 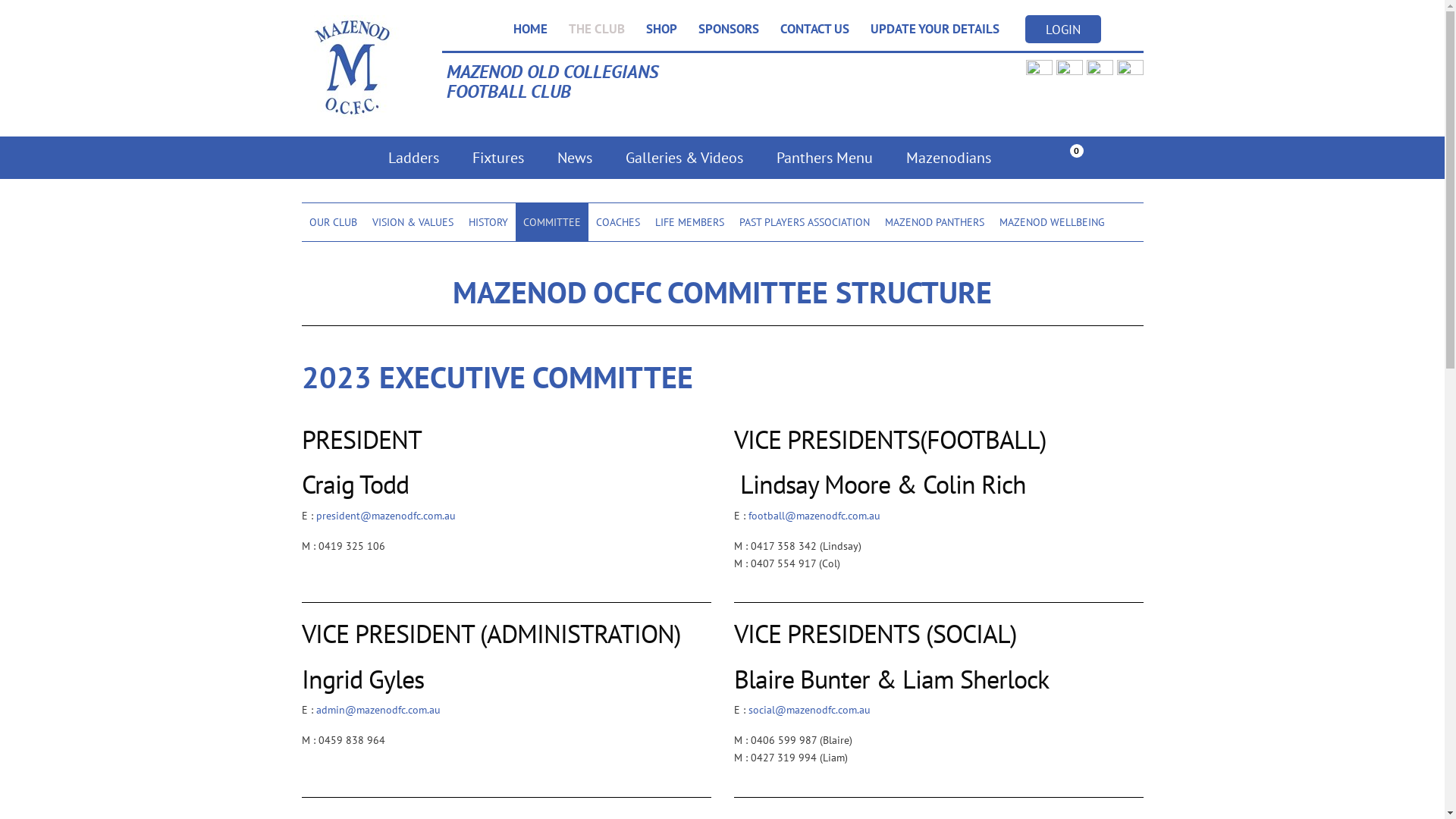 I want to click on 'COACHES', so click(x=618, y=222).